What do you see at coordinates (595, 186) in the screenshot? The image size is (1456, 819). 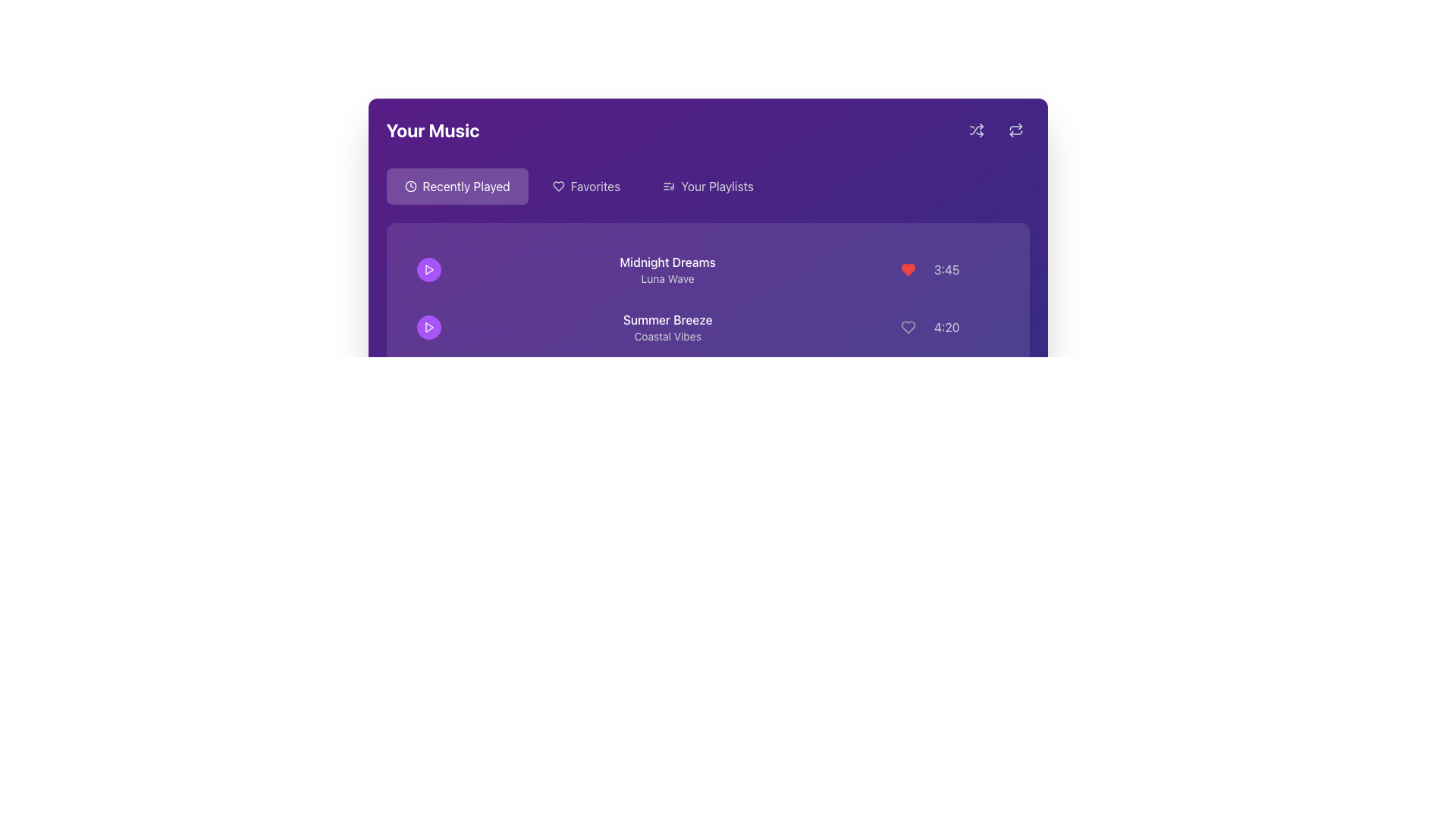 I see `the 'Favorites' text label located in the navigation section at the top of the interface, positioned between the 'Recently Played' button and the 'Your Playlists' button` at bounding box center [595, 186].